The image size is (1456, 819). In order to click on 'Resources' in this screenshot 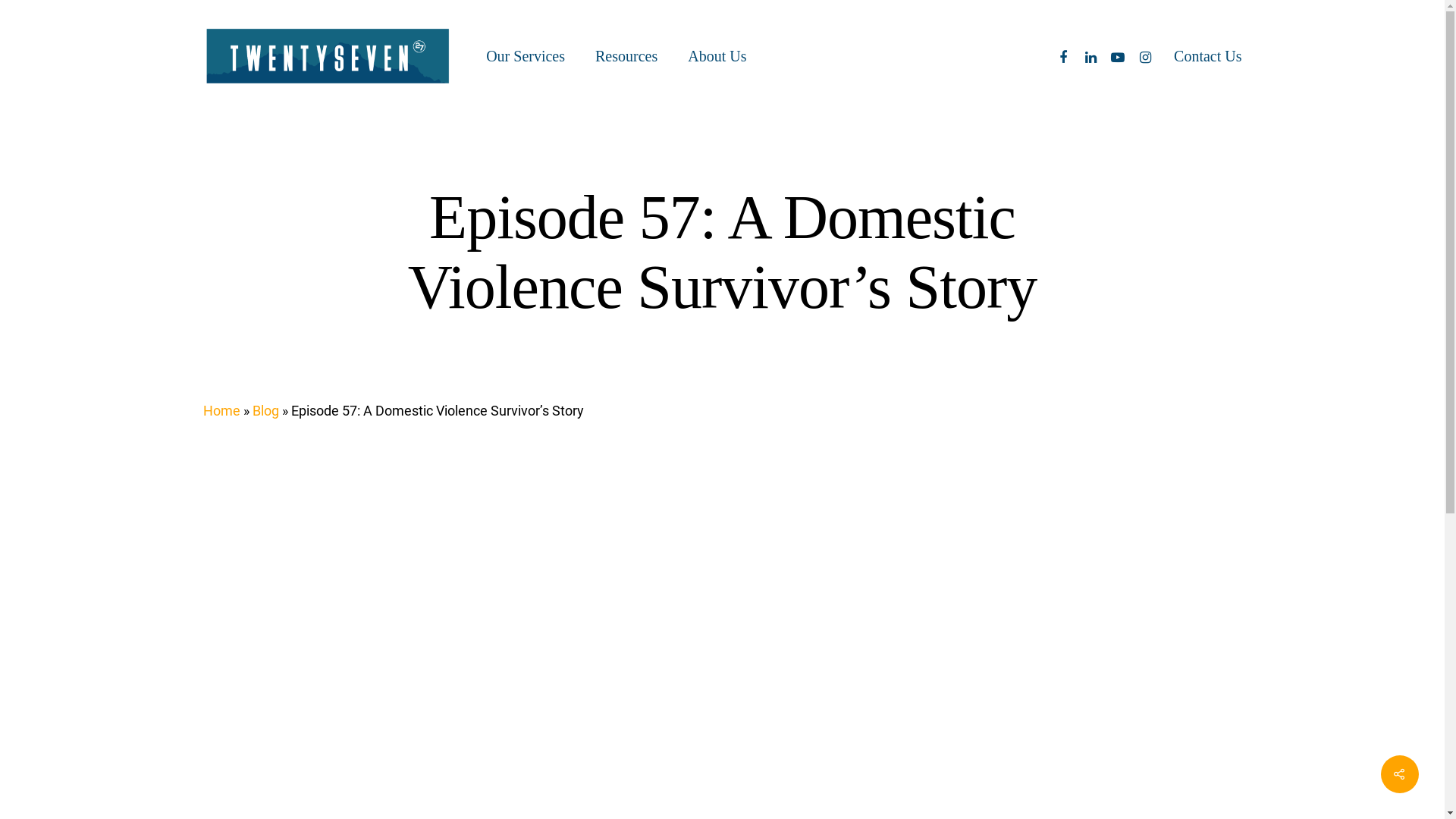, I will do `click(595, 55)`.